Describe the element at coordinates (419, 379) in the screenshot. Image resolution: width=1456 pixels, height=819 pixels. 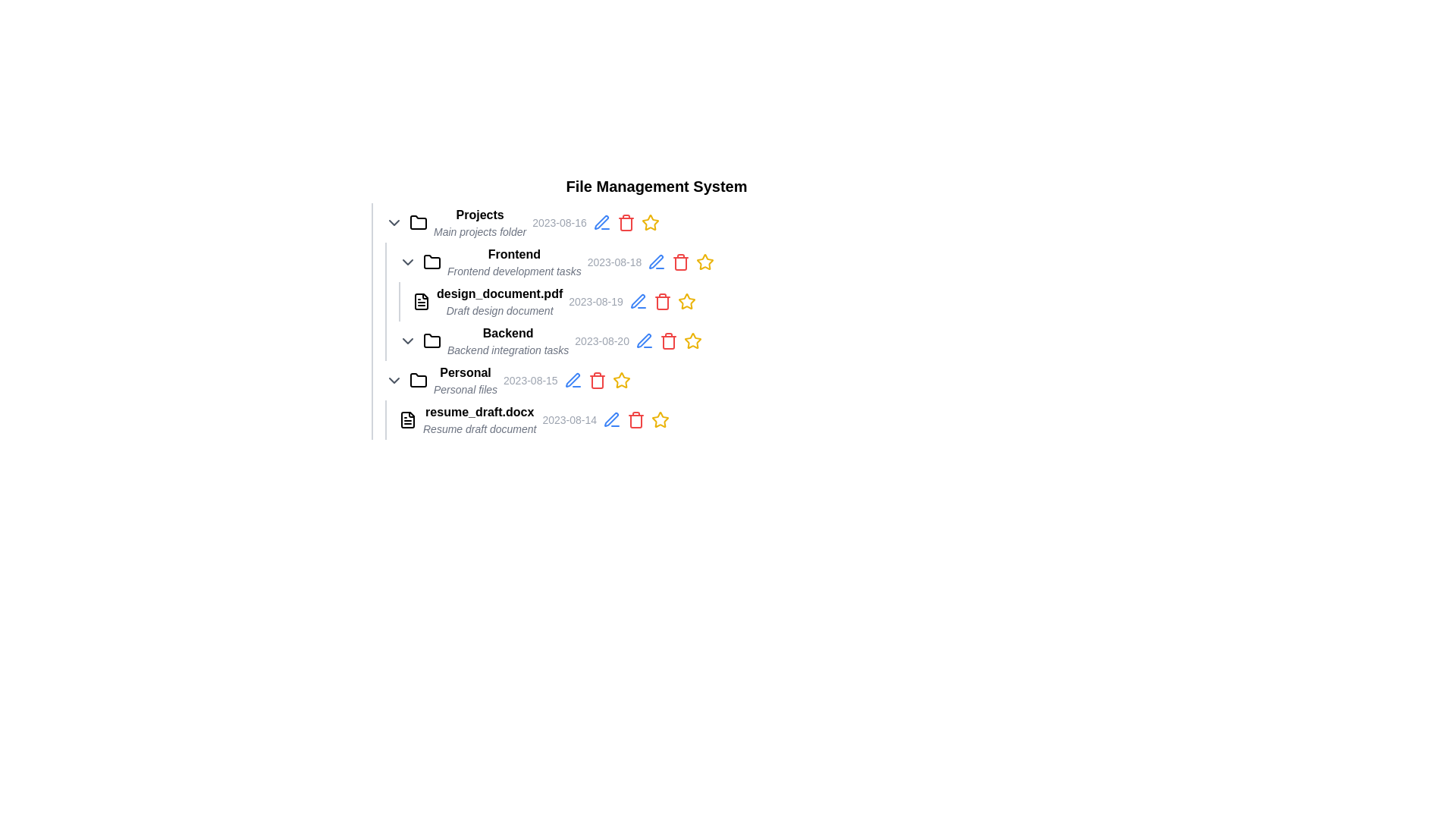
I see `the black outline folder icon located next to the 'Personal' label in the file management system` at that location.